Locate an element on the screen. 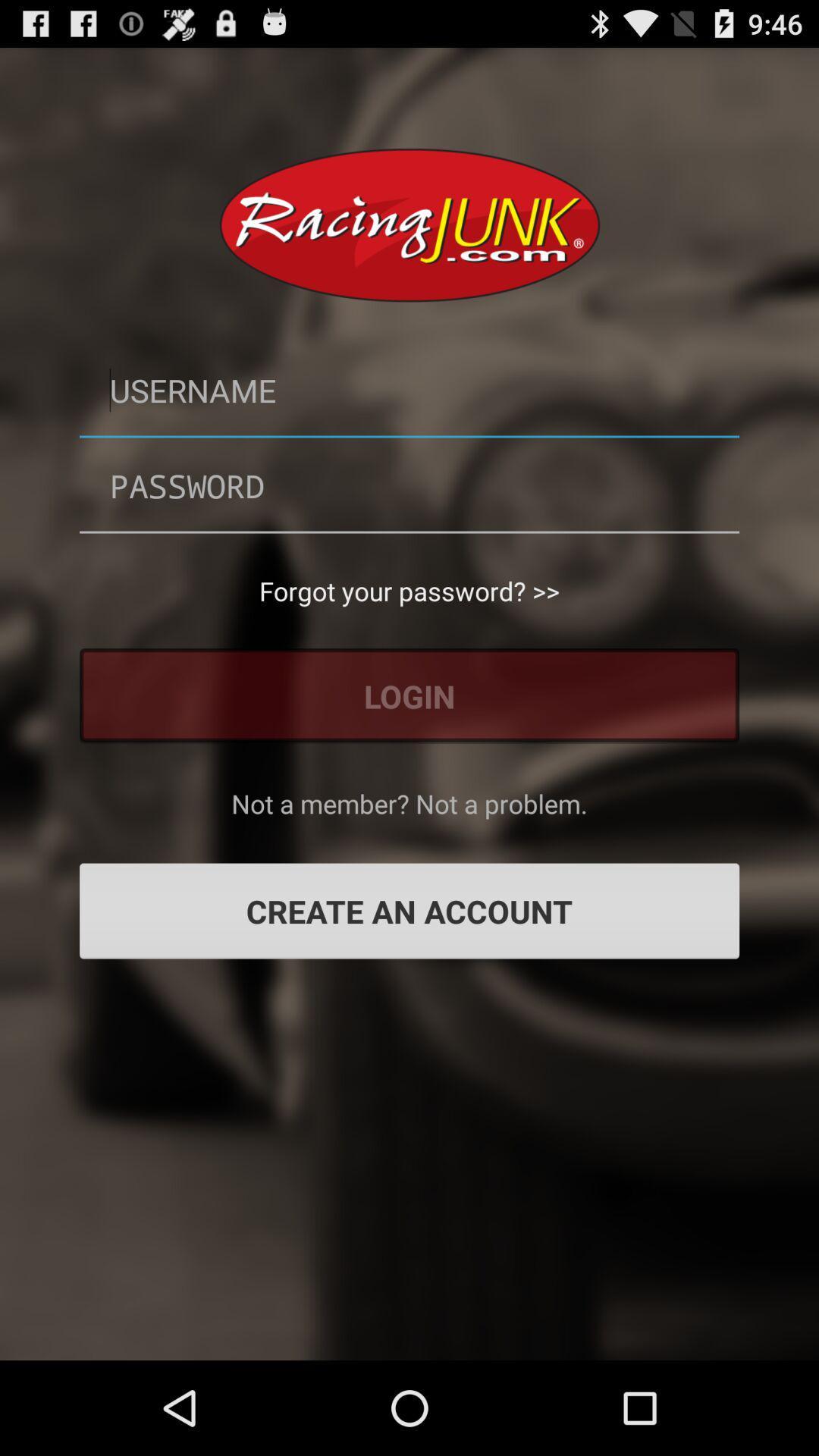 Image resolution: width=819 pixels, height=1456 pixels. the login button is located at coordinates (409, 695).